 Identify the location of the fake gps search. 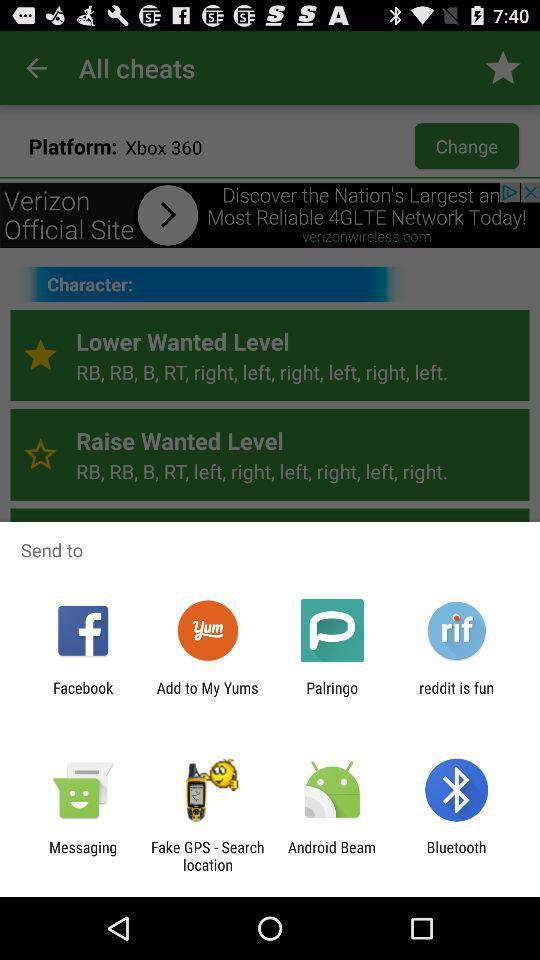
(206, 855).